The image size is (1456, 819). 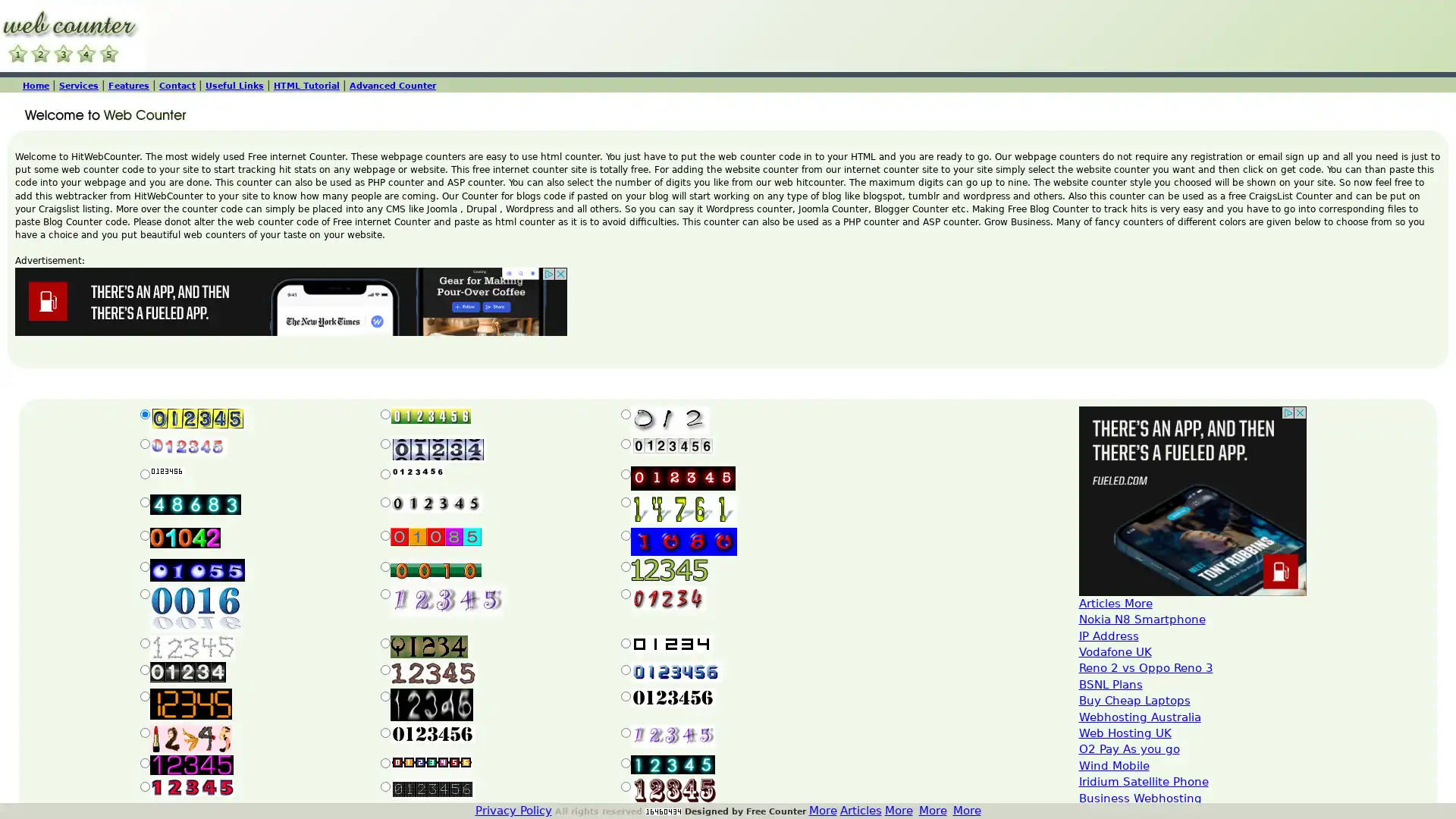 What do you see at coordinates (429, 415) in the screenshot?
I see `Submit` at bounding box center [429, 415].